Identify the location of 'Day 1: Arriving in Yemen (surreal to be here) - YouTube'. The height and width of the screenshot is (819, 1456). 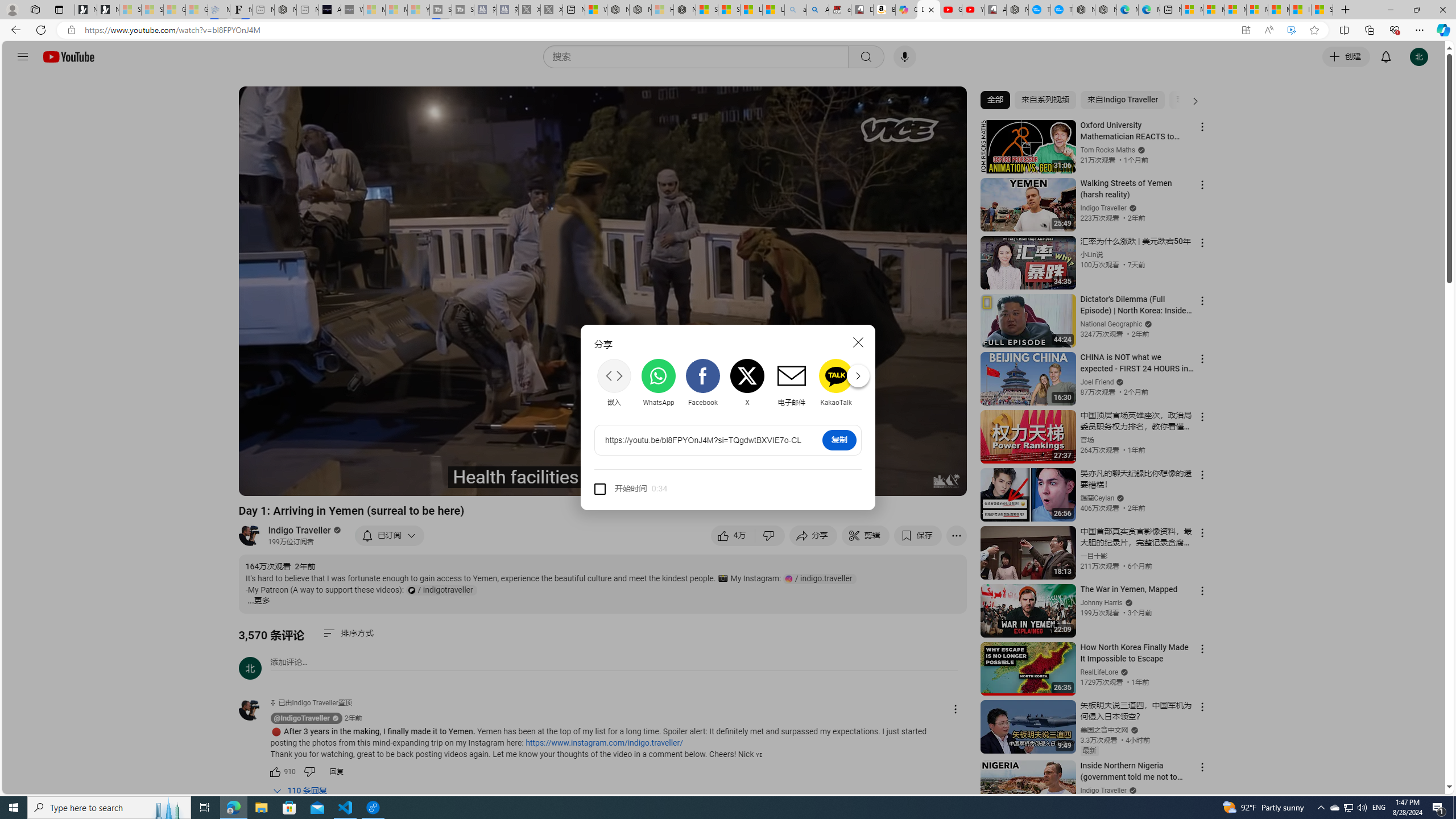
(928, 9).